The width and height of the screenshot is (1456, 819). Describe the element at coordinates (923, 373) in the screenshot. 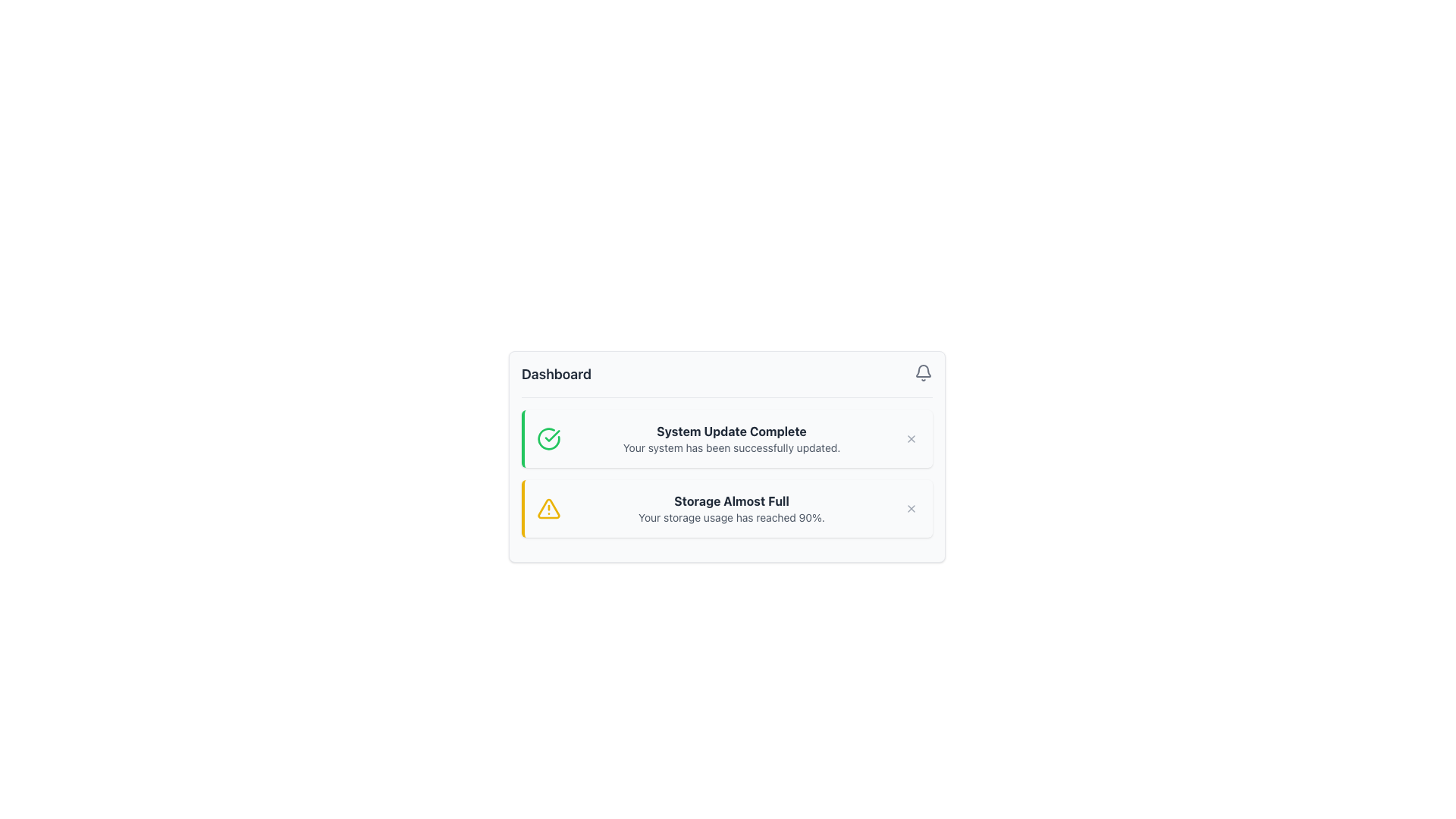

I see `the gray bell icon located in the top-right corner of the header section titled 'Dashboard', positioned to the right of the text 'Dashboard'` at that location.